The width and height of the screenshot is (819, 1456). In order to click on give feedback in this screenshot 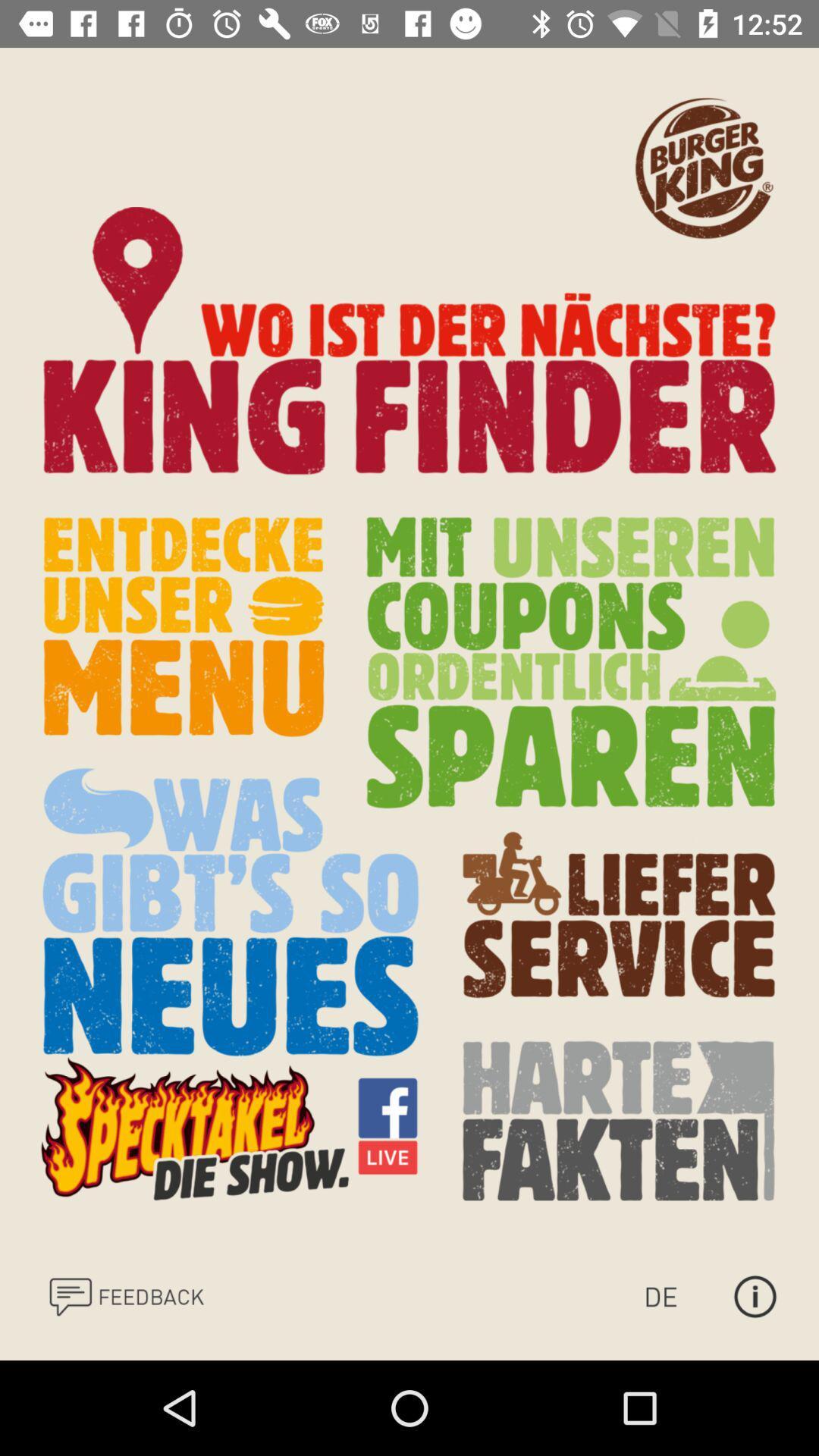, I will do `click(125, 1295)`.